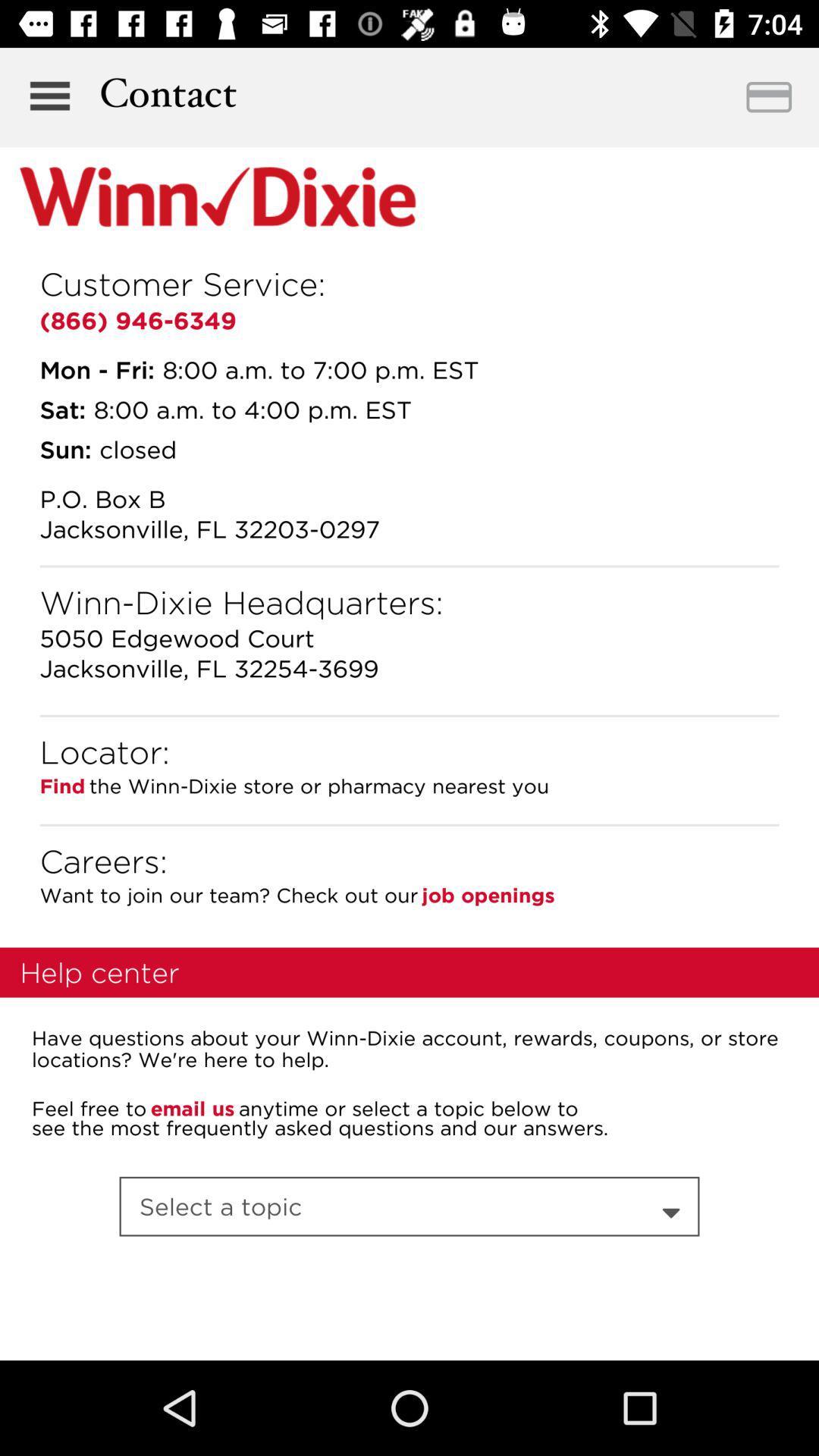 The height and width of the screenshot is (1456, 819). Describe the element at coordinates (97, 369) in the screenshot. I see `the icon above sat:` at that location.